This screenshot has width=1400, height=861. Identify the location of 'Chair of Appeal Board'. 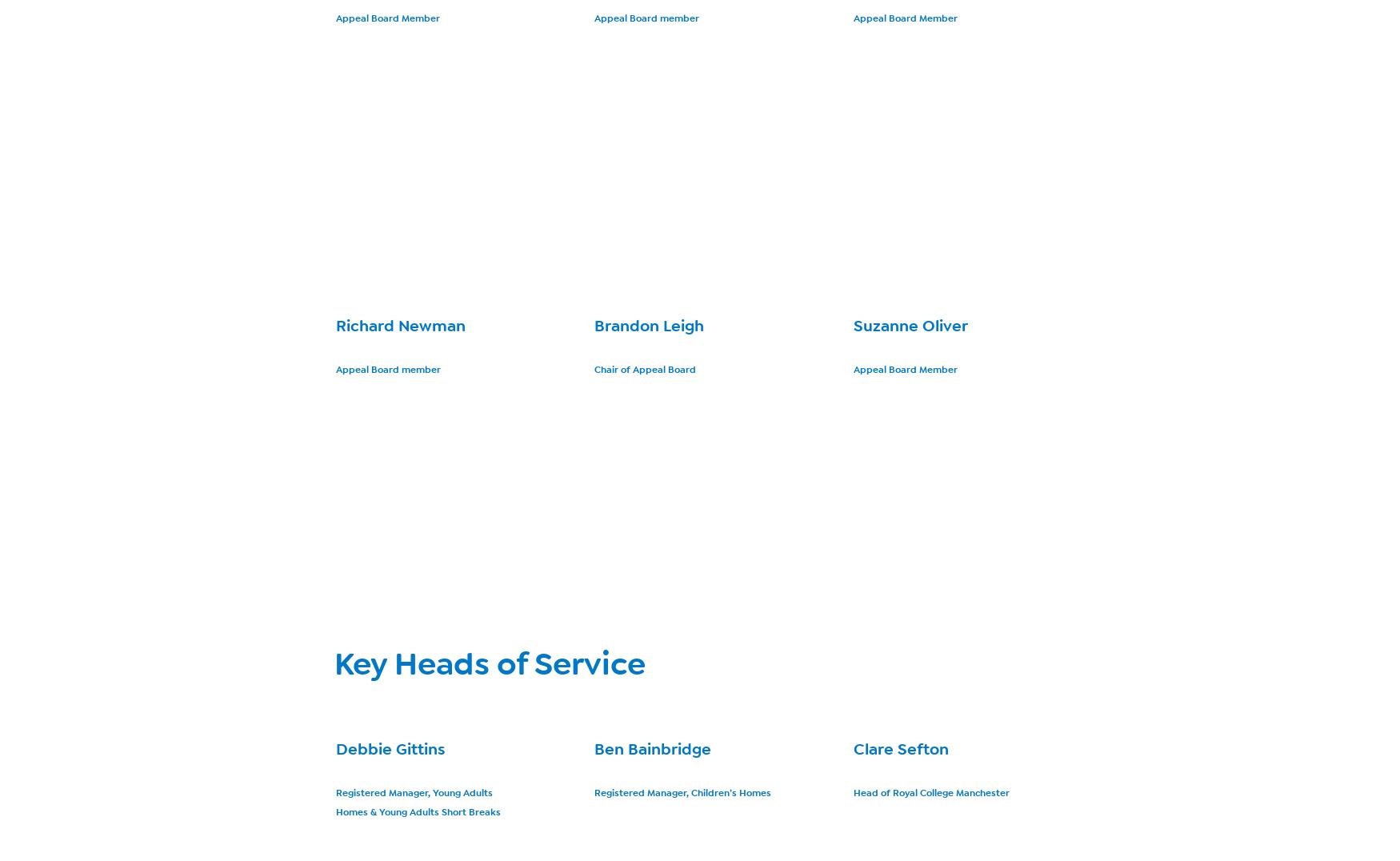
(644, 369).